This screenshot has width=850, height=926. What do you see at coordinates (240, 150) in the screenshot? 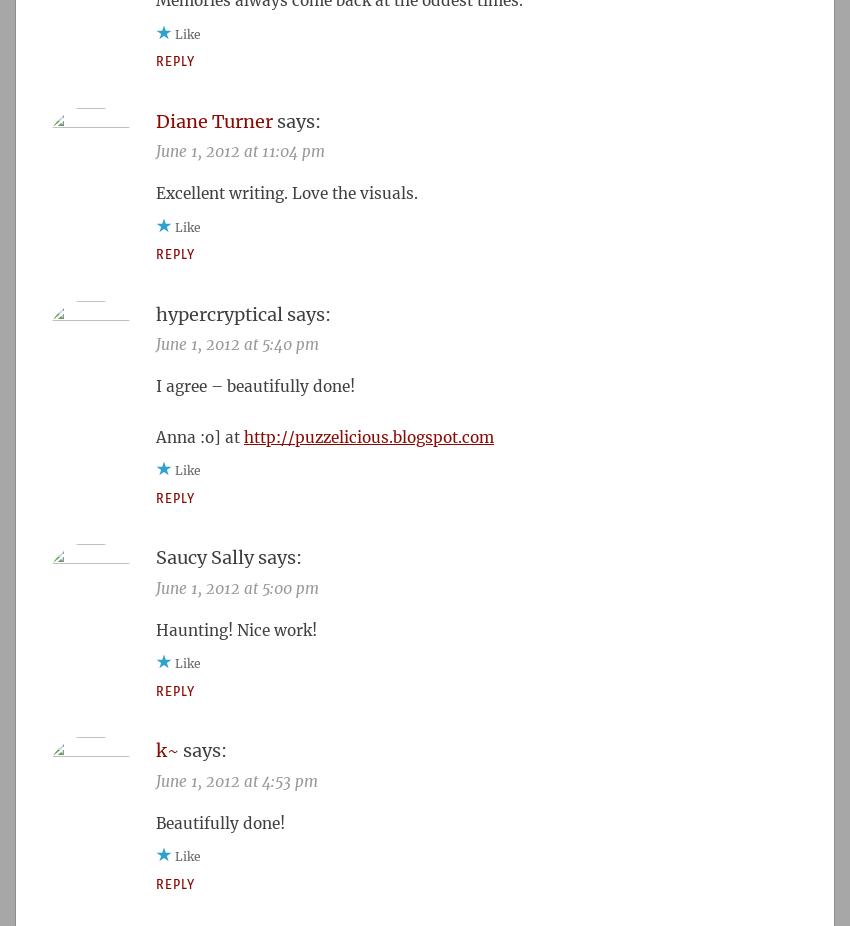
I see `'June 1, 2012 at 11:04 pm'` at bounding box center [240, 150].